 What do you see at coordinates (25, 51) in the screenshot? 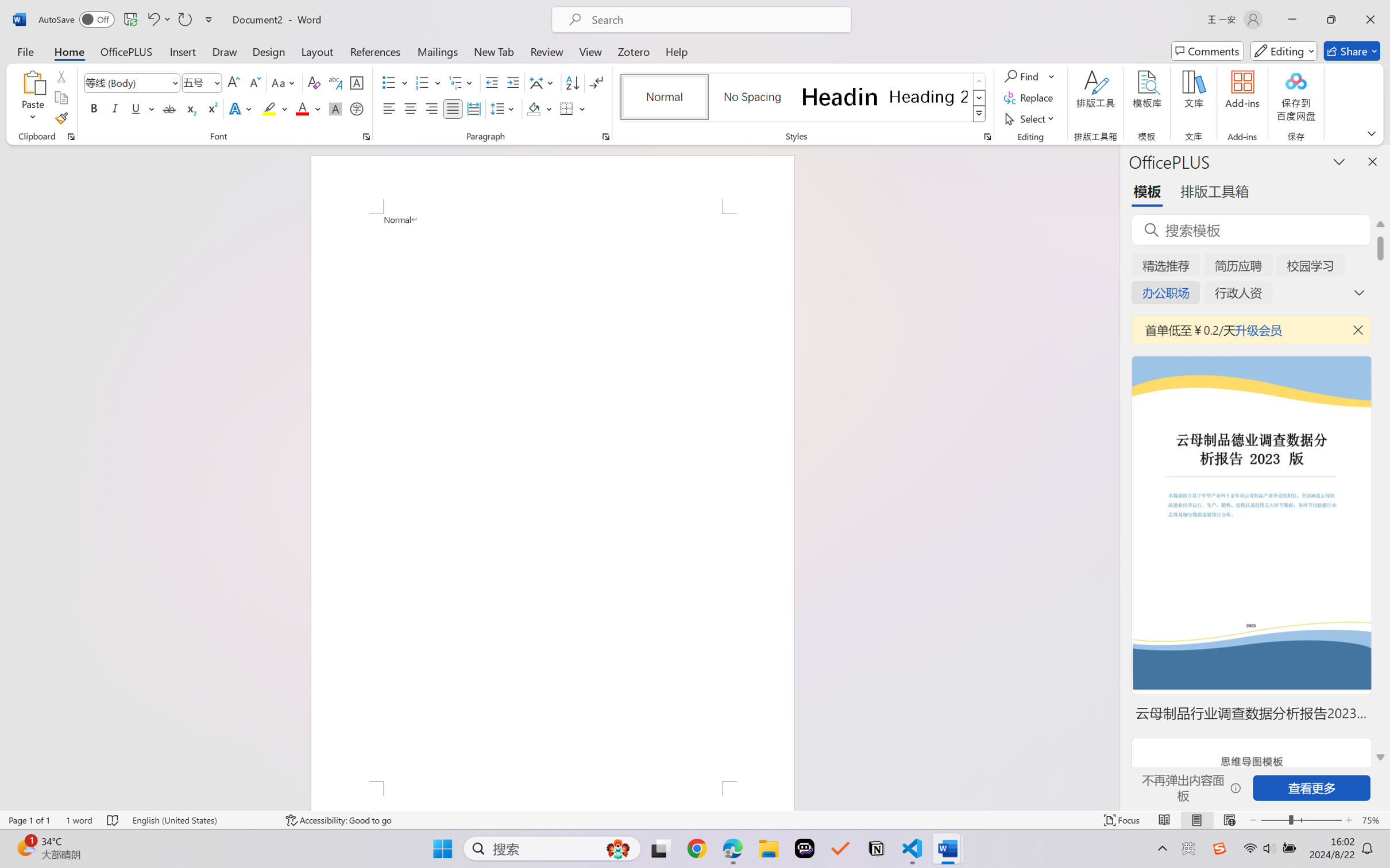
I see `'File Tab'` at bounding box center [25, 51].